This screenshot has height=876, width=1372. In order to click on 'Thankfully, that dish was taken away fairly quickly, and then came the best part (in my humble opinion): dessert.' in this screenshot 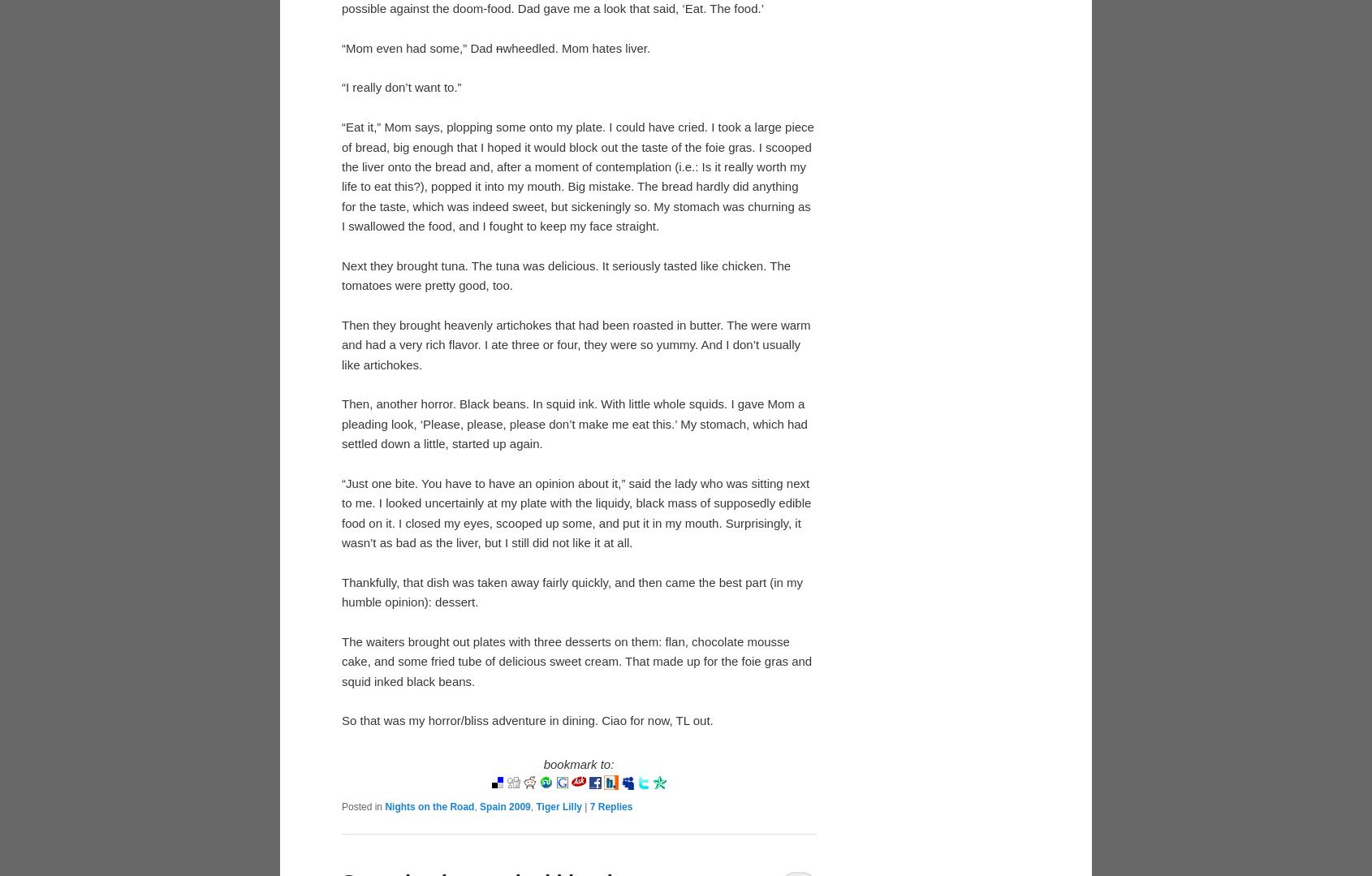, I will do `click(340, 590)`.